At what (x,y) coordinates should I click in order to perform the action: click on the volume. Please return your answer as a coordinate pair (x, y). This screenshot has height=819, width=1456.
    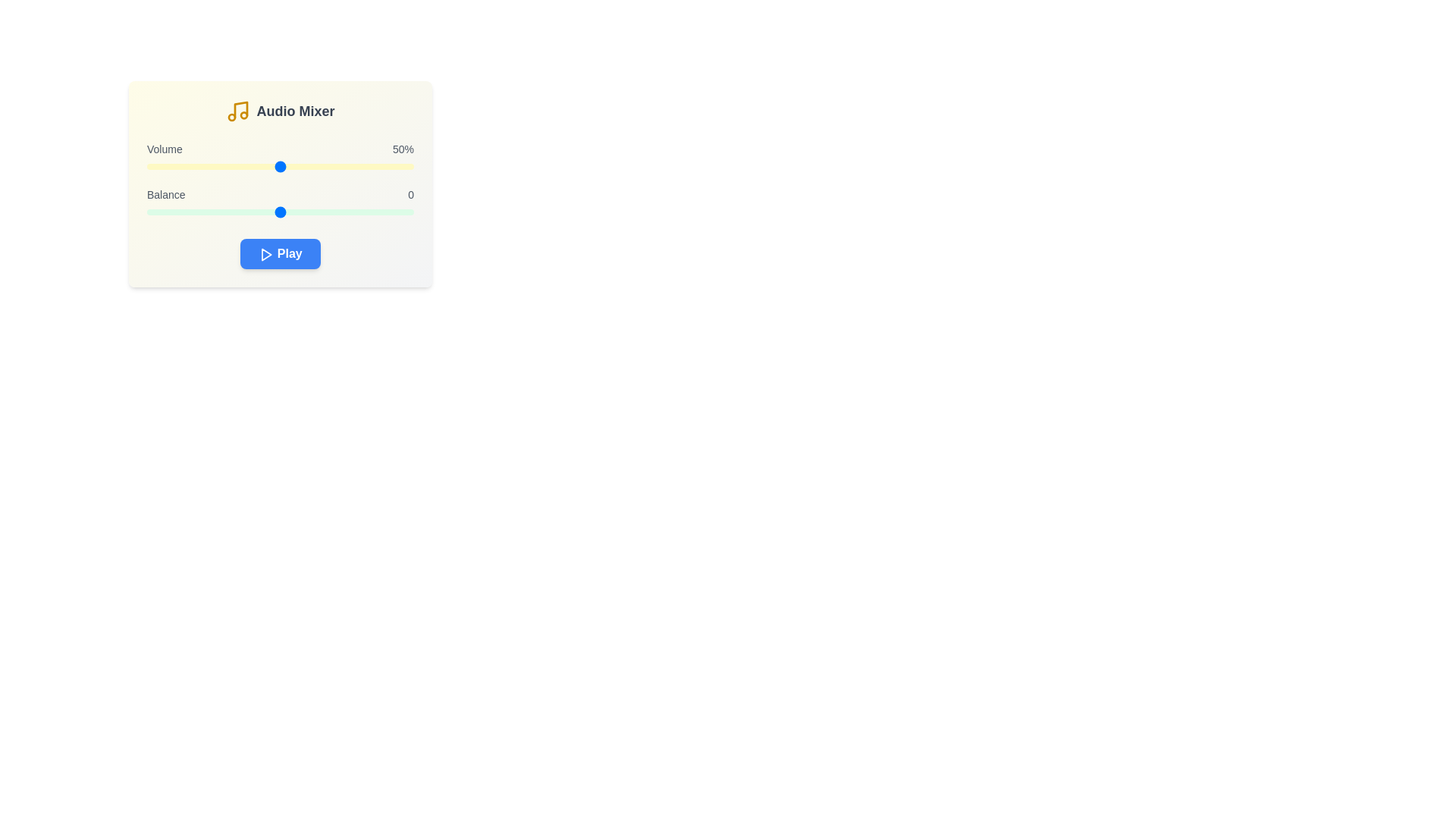
    Looking at the image, I should click on (229, 166).